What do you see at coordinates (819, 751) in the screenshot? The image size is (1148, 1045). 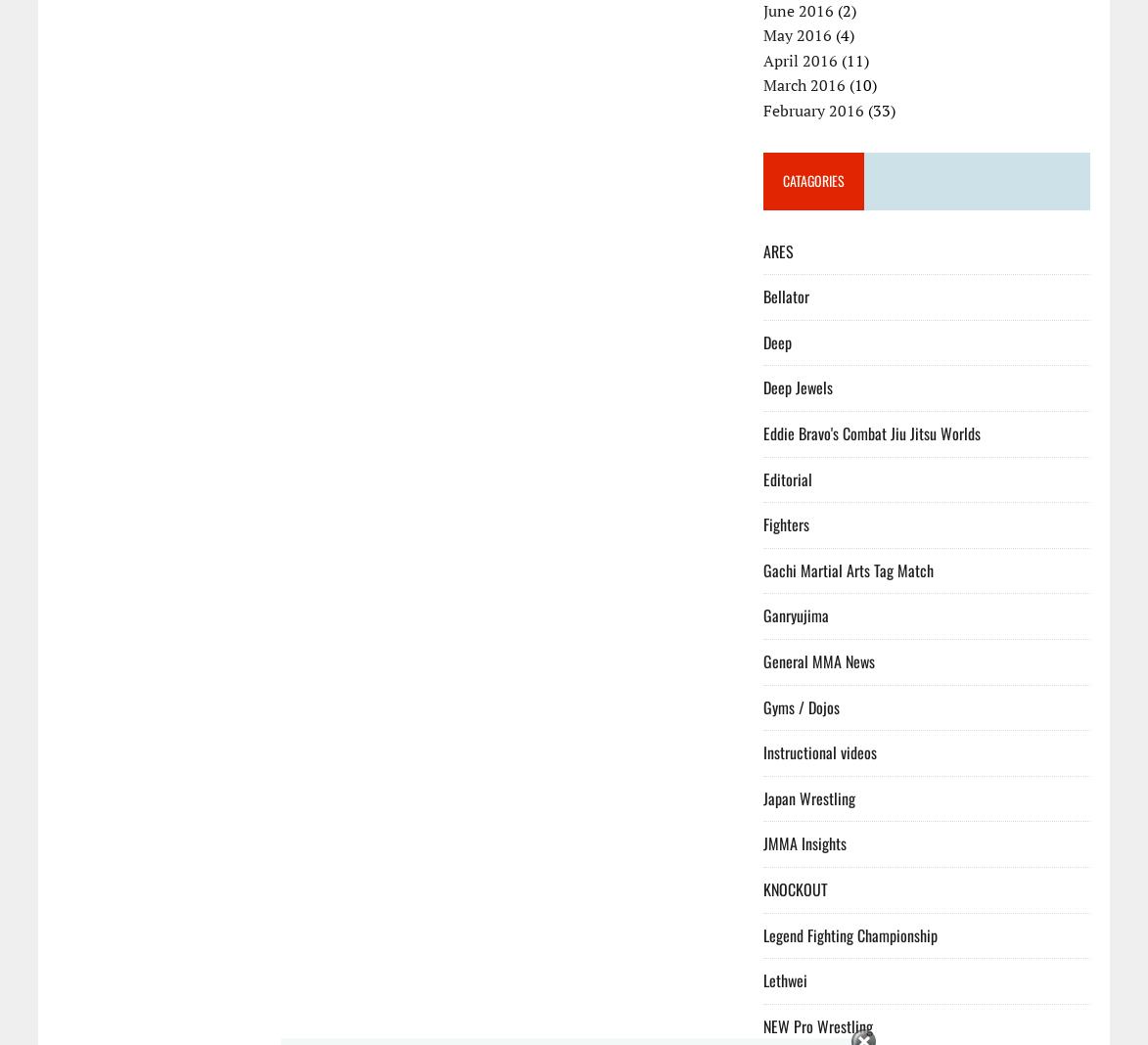 I see `'Instructional videos'` at bounding box center [819, 751].